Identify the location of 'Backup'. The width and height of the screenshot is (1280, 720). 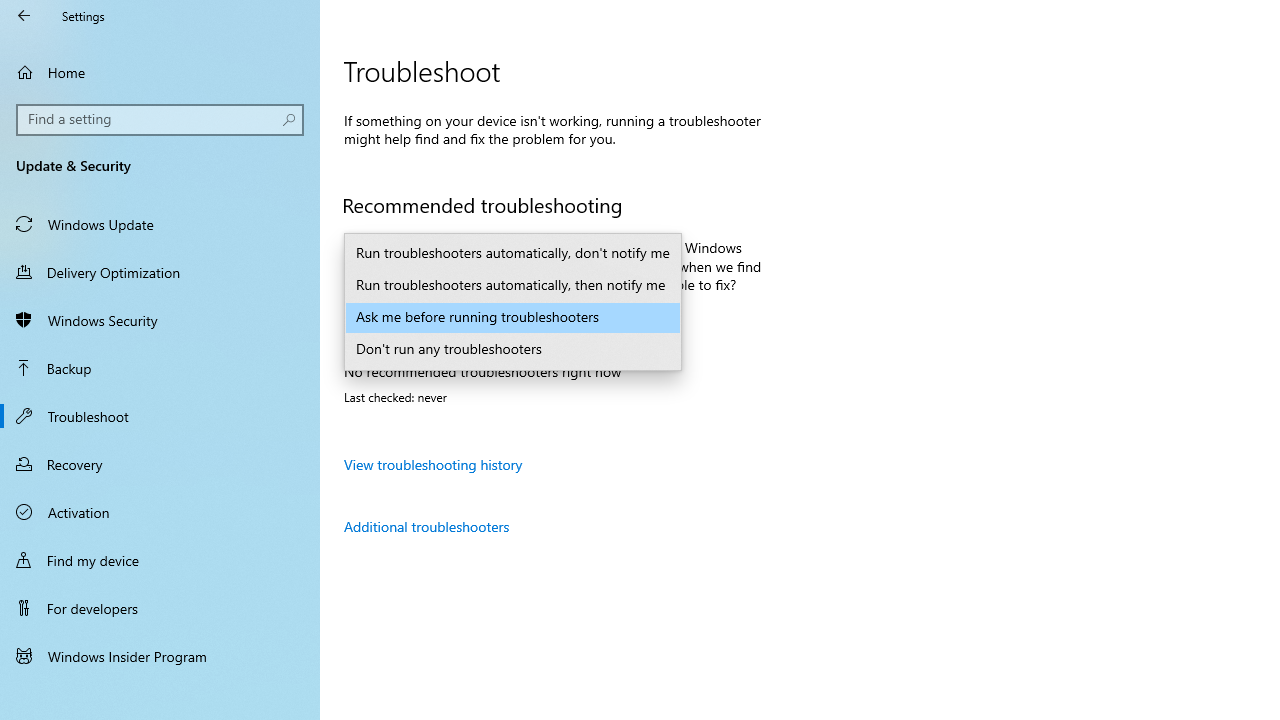
(160, 367).